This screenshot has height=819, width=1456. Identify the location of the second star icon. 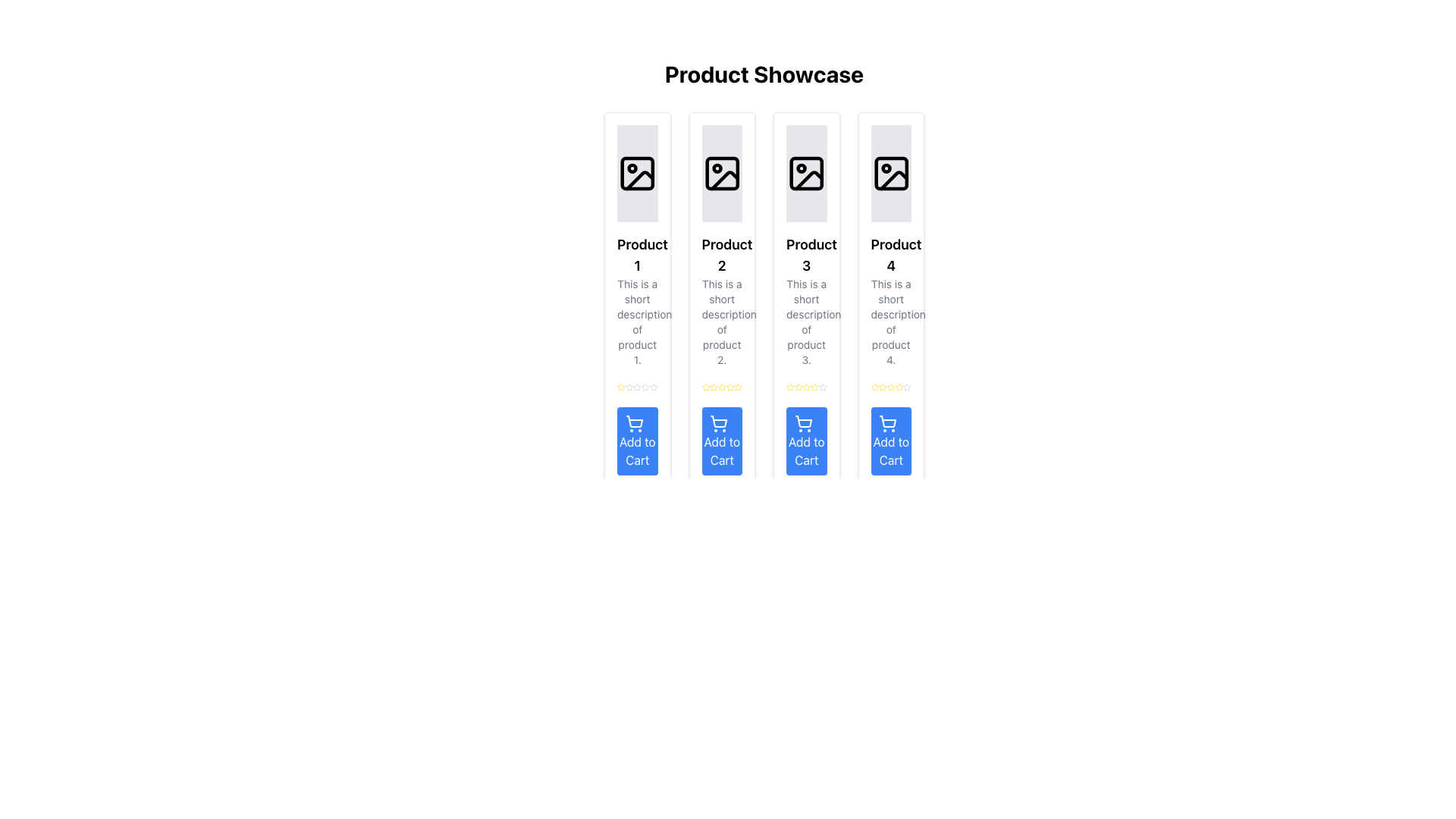
(704, 386).